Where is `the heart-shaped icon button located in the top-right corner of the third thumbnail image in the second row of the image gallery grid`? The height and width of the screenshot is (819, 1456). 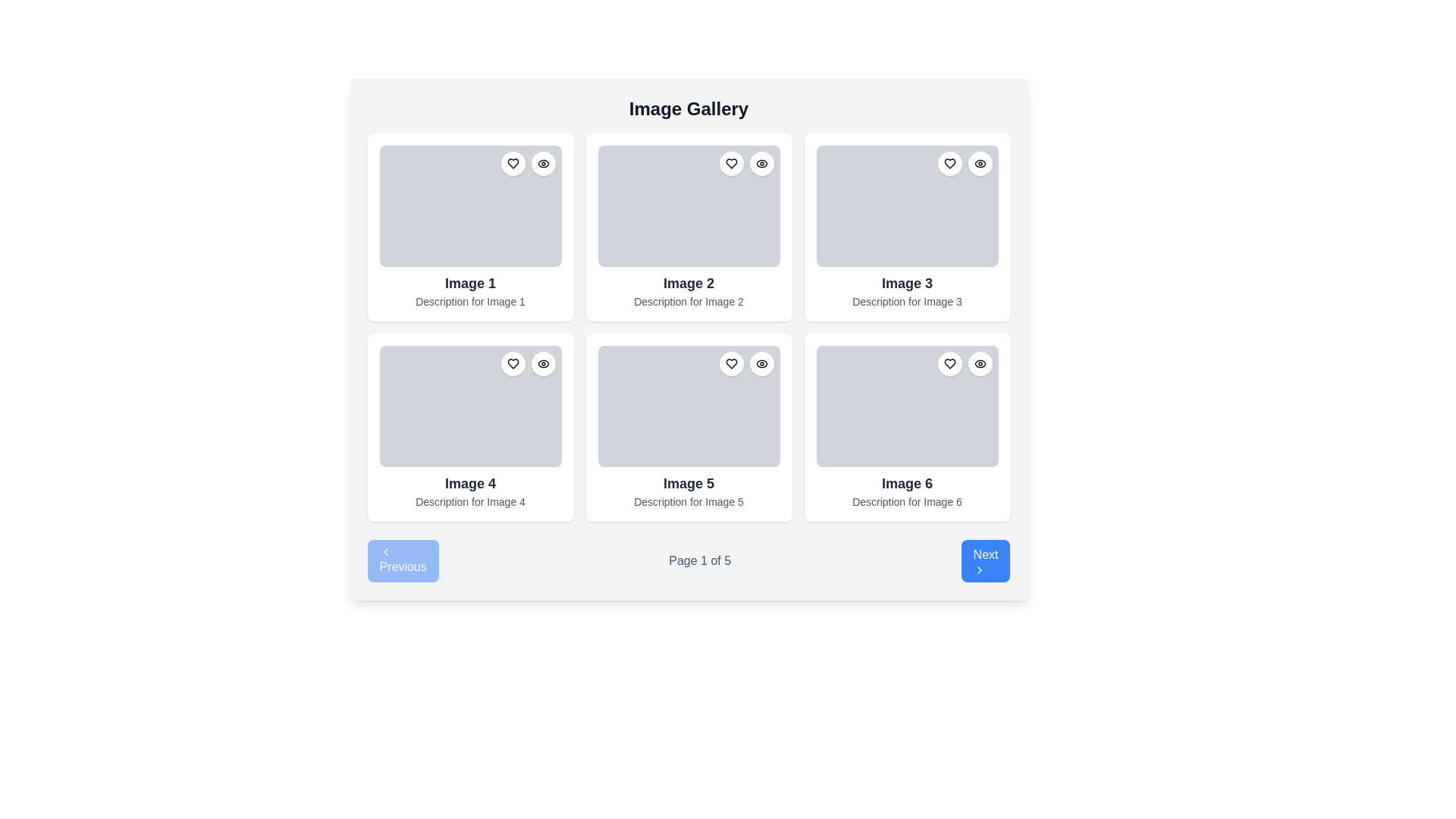 the heart-shaped icon button located in the top-right corner of the third thumbnail image in the second row of the image gallery grid is located at coordinates (949, 164).